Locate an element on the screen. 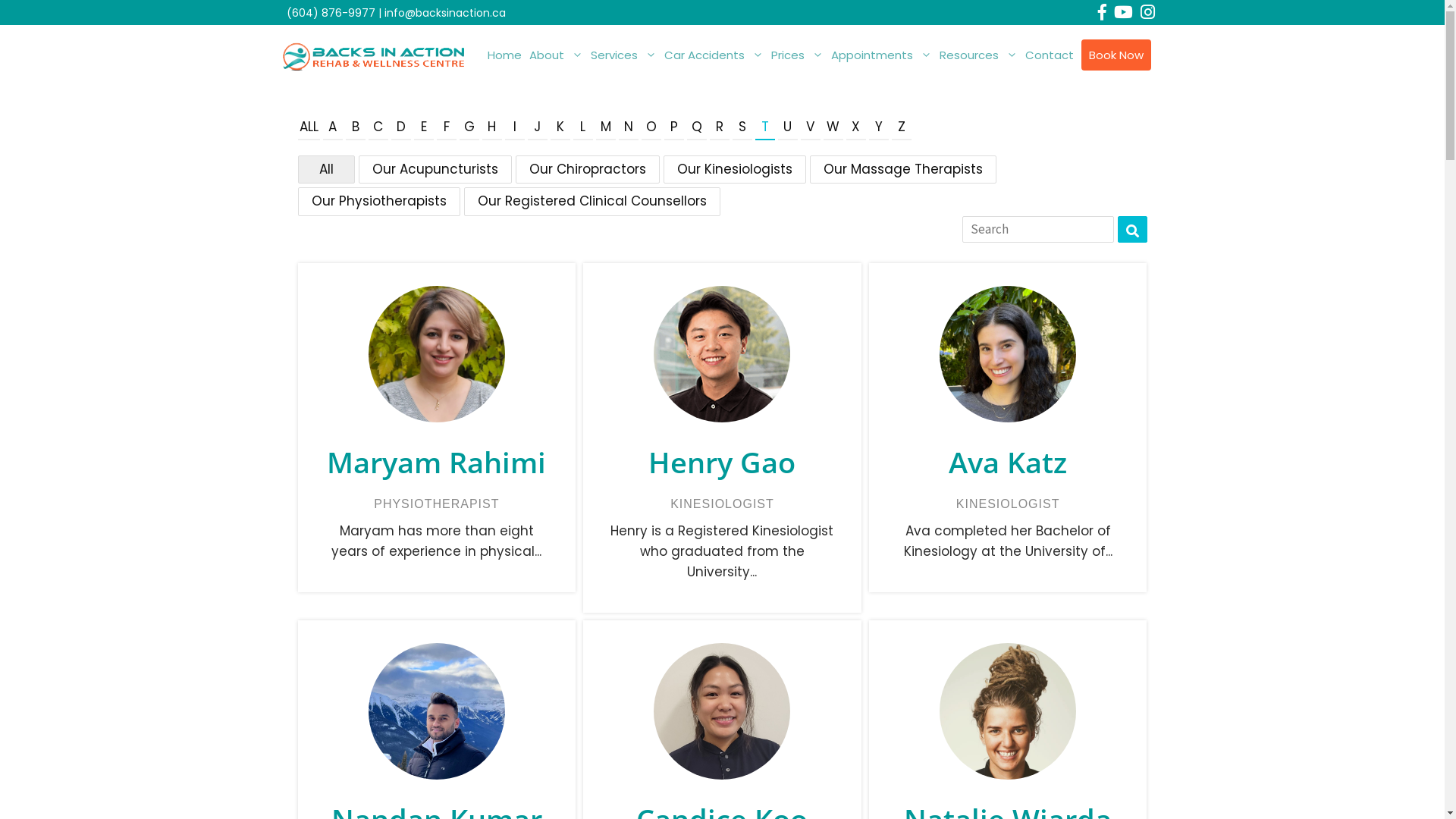 This screenshot has height=819, width=1456. 'A' is located at coordinates (331, 127).